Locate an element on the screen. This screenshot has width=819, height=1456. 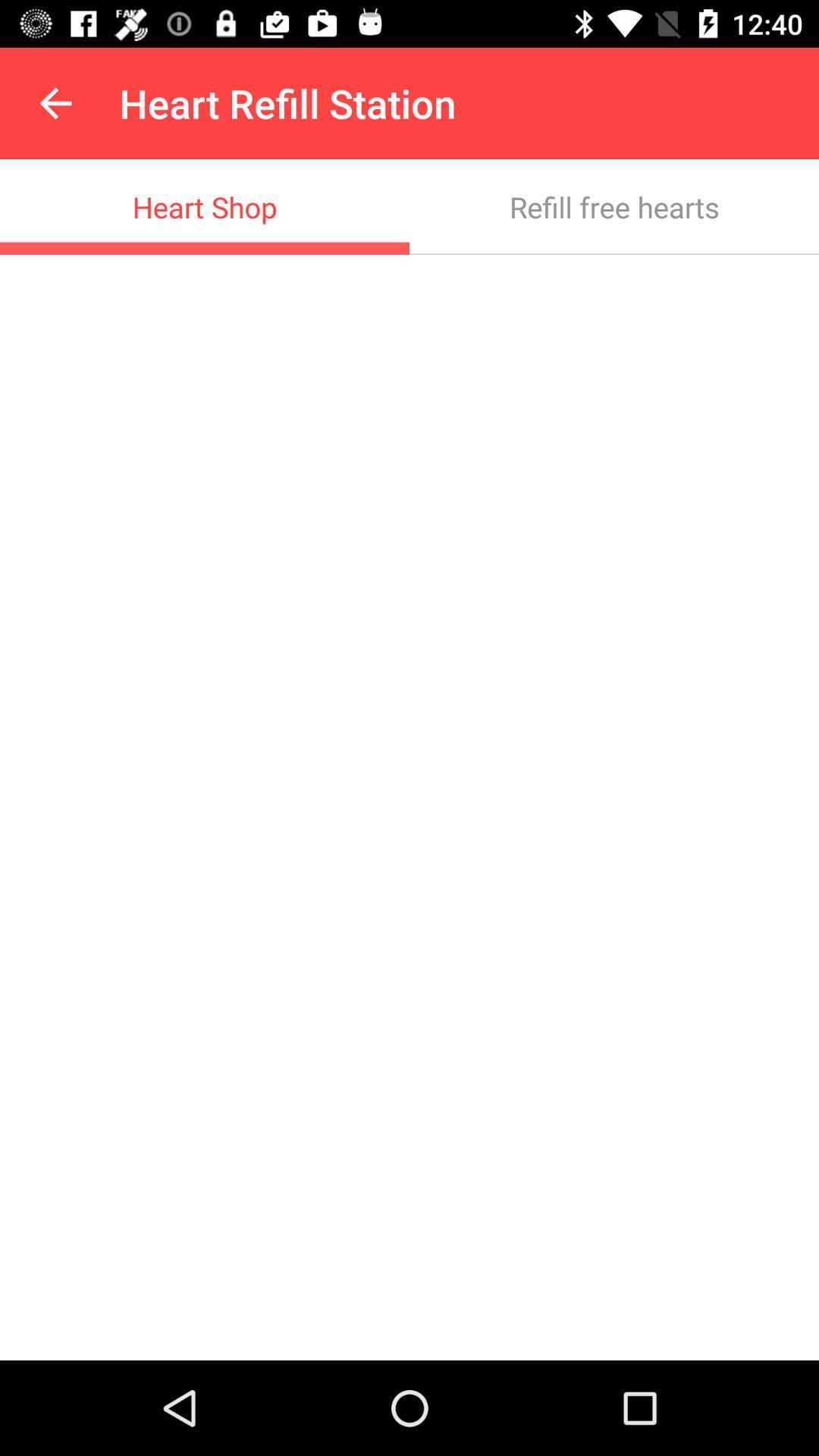
the item at the center is located at coordinates (409, 807).